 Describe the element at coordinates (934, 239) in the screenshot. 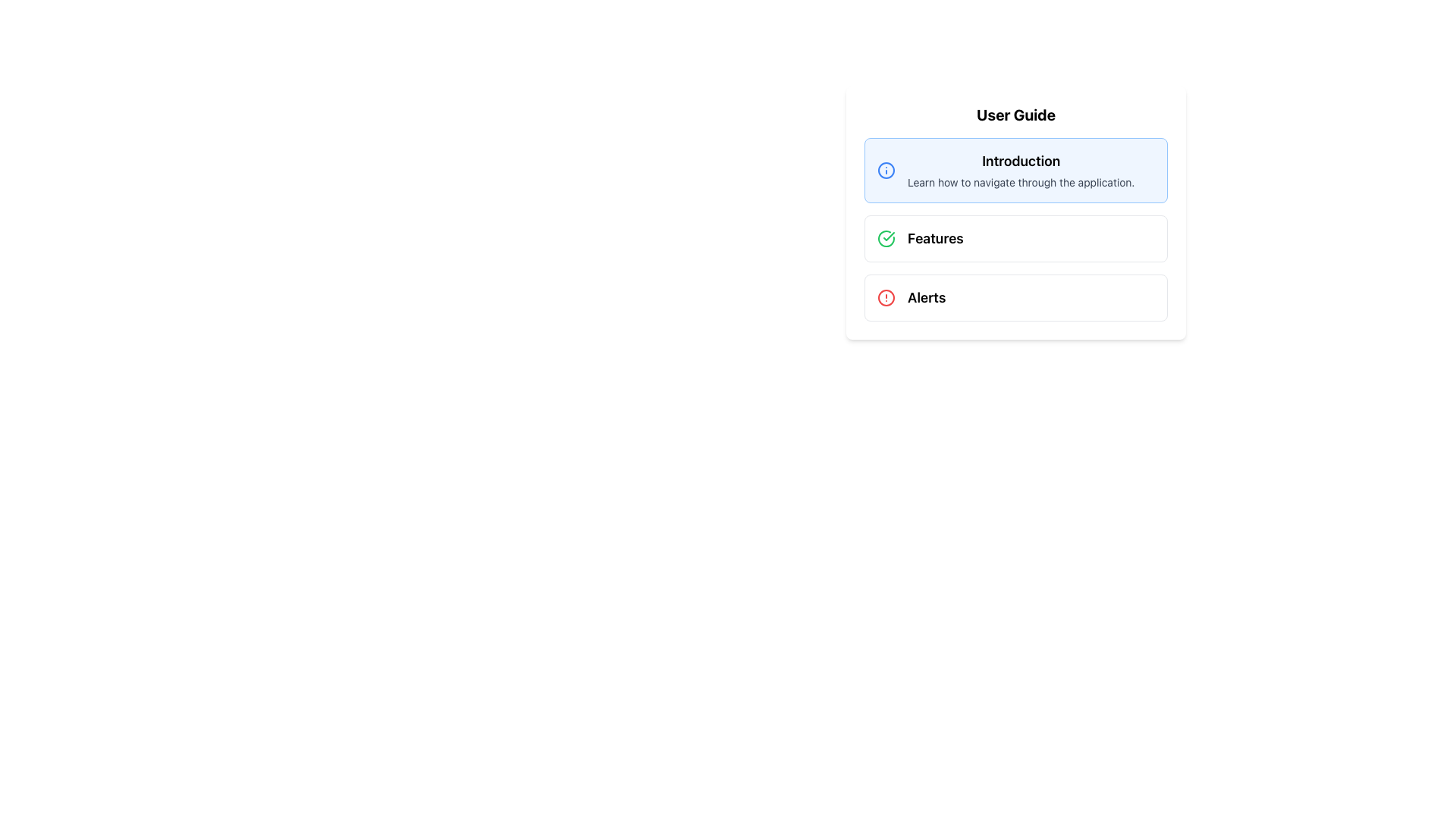

I see `the 'Features' label, which is the second item in the horizontal list under the 'User Guide' section` at that location.